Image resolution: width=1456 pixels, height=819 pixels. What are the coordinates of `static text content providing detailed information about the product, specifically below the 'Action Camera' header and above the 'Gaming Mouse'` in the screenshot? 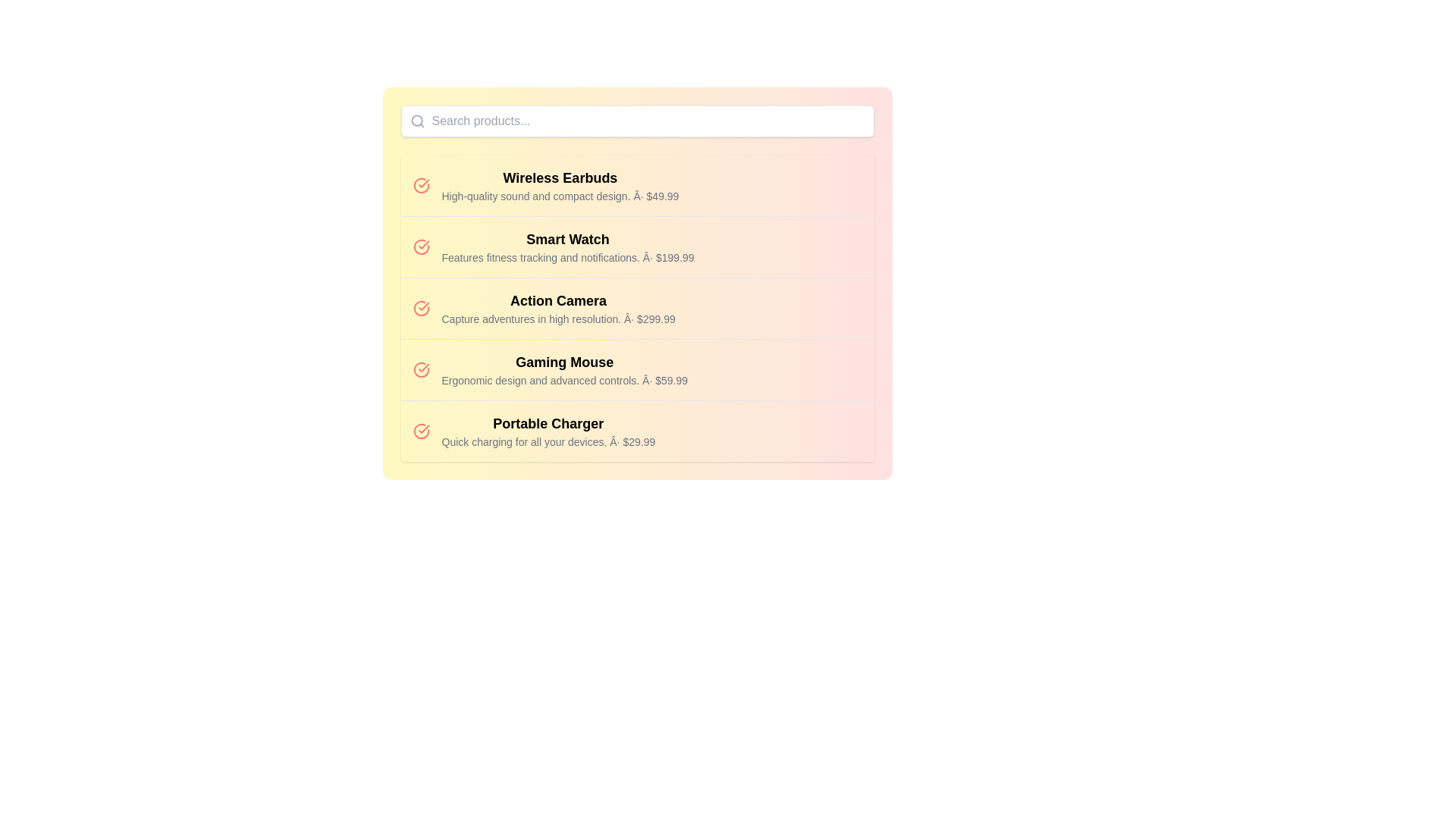 It's located at (557, 318).